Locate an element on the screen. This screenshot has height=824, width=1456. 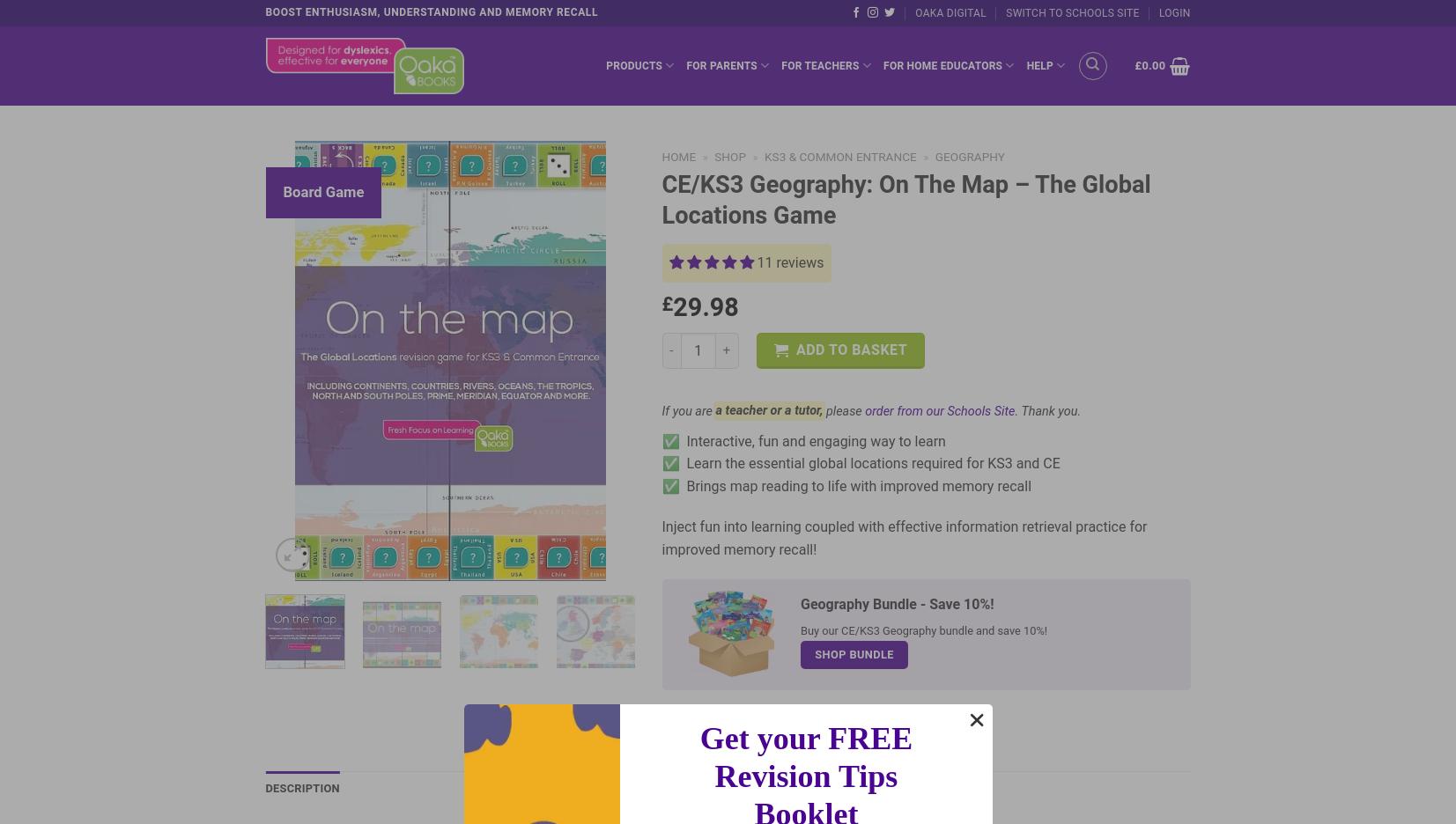
'Switch to Schools Site' is located at coordinates (1072, 11).